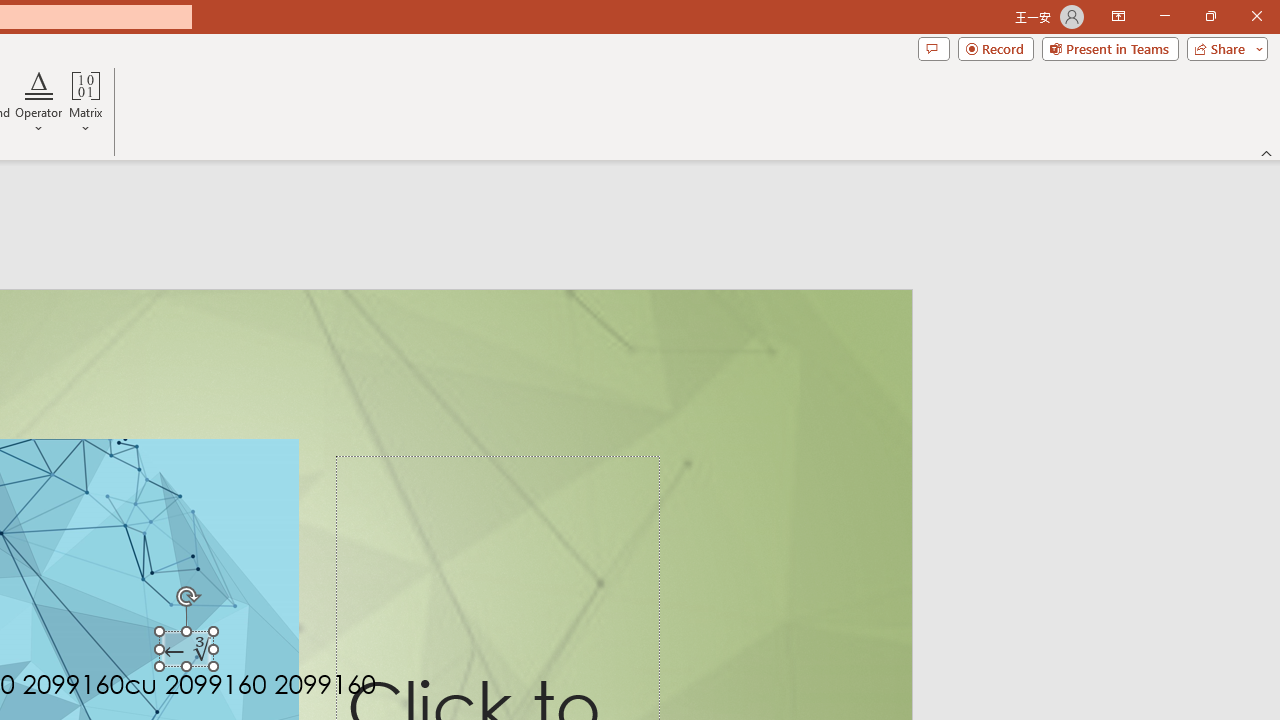 This screenshot has width=1280, height=720. Describe the element at coordinates (39, 103) in the screenshot. I see `'Operator'` at that location.